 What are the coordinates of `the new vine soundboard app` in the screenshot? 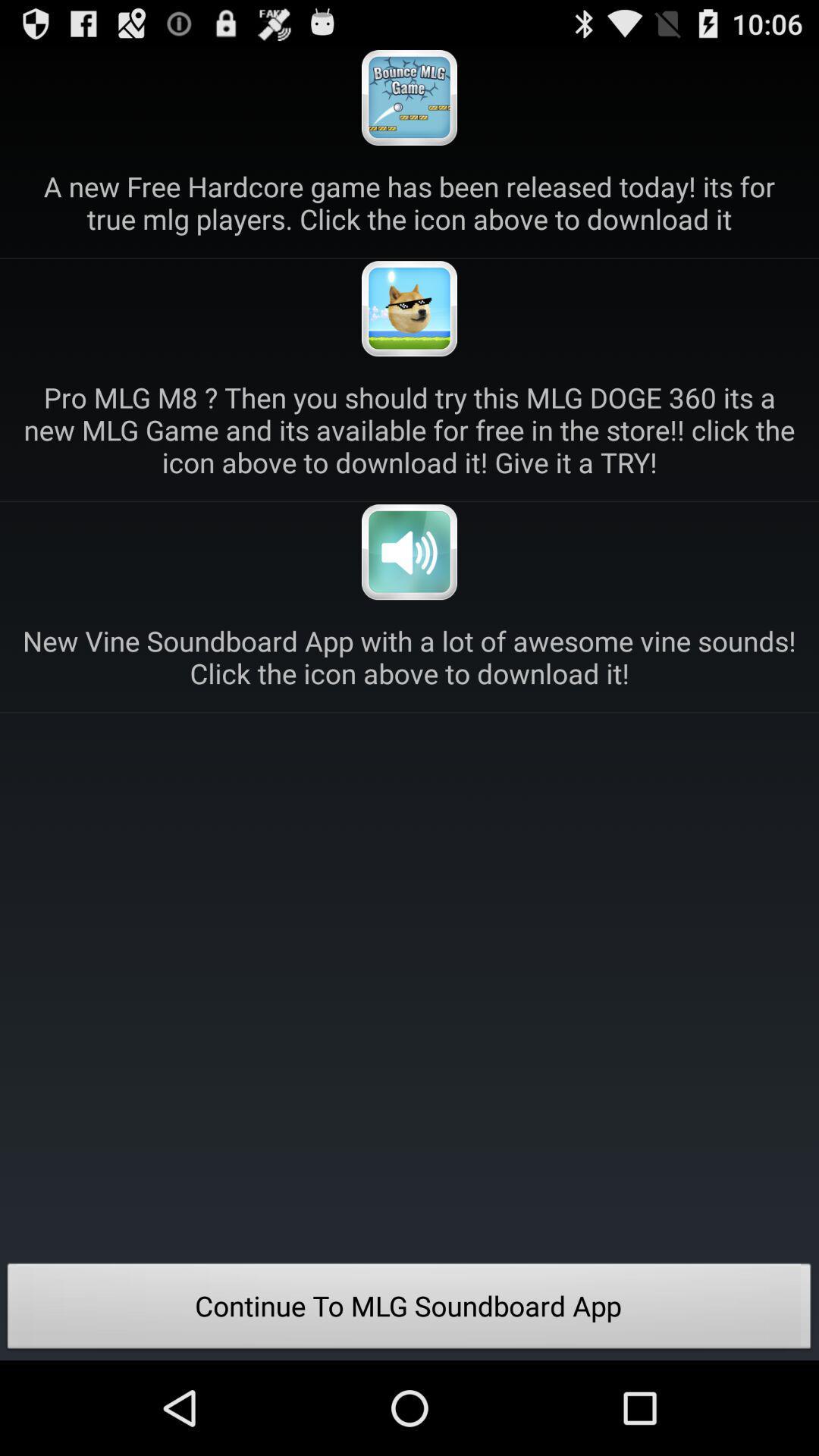 It's located at (409, 657).